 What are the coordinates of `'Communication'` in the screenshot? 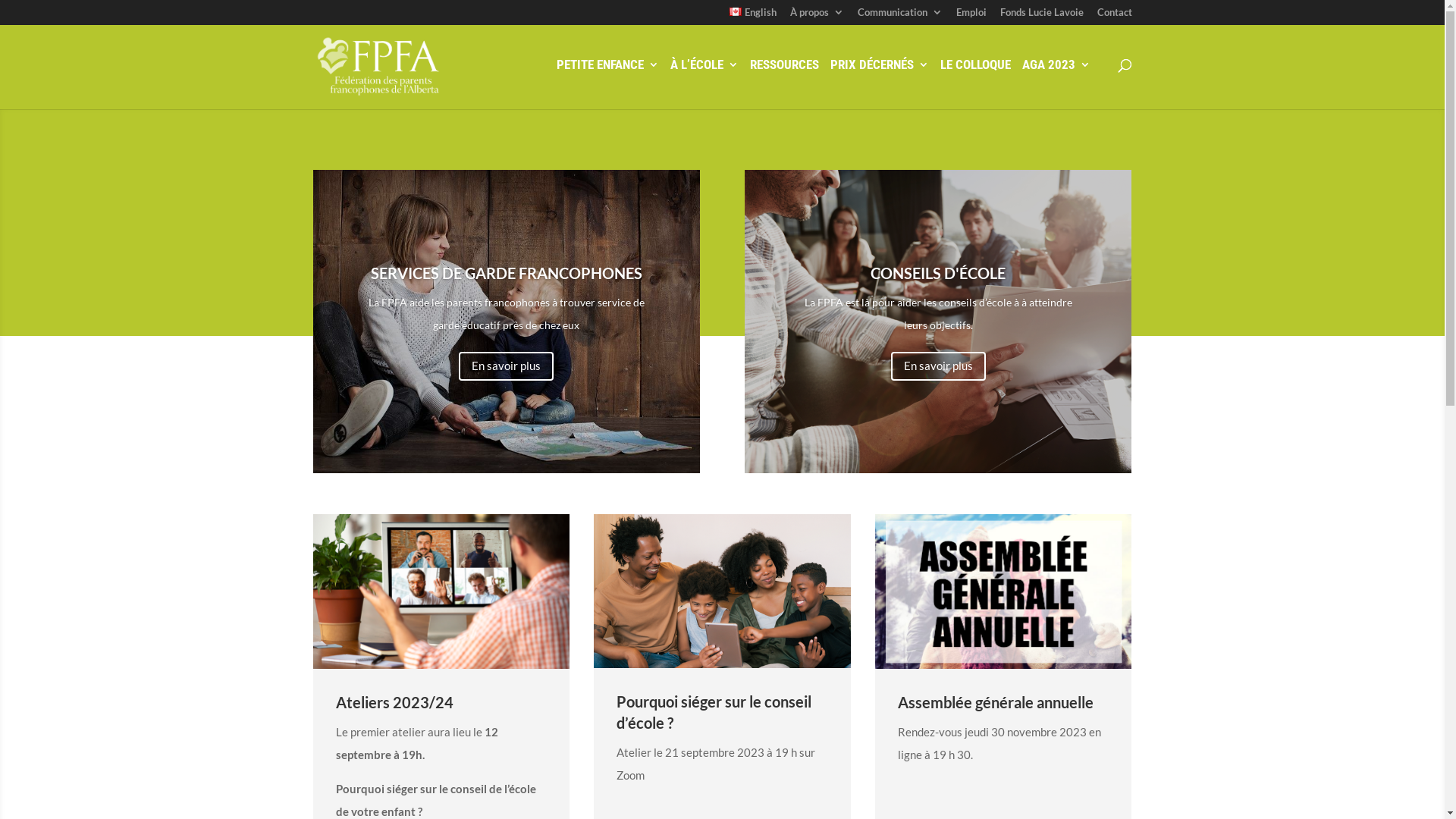 It's located at (899, 16).